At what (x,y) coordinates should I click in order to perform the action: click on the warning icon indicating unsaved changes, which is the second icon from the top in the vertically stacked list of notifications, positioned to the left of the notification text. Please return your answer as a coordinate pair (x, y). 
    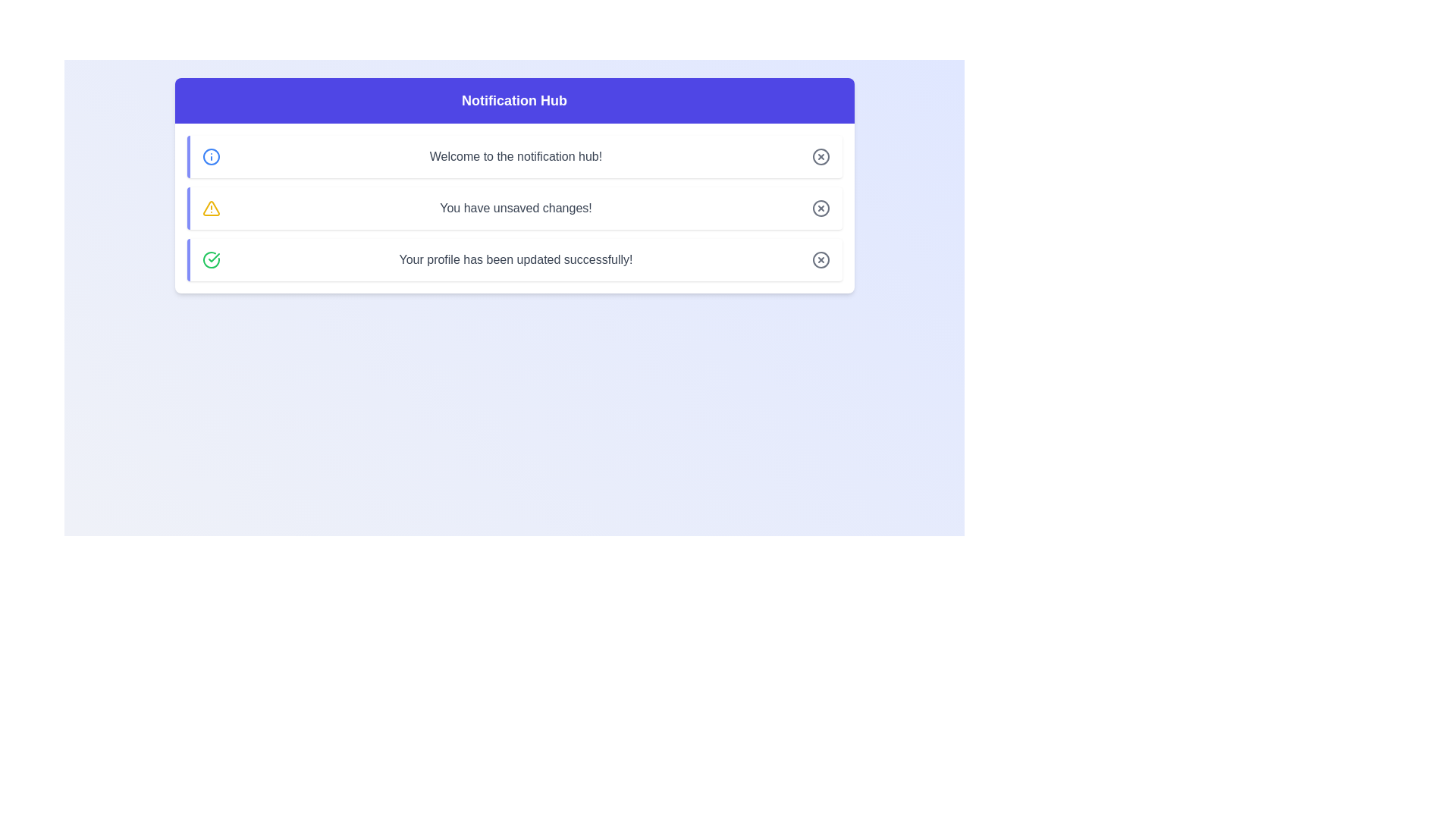
    Looking at the image, I should click on (210, 208).